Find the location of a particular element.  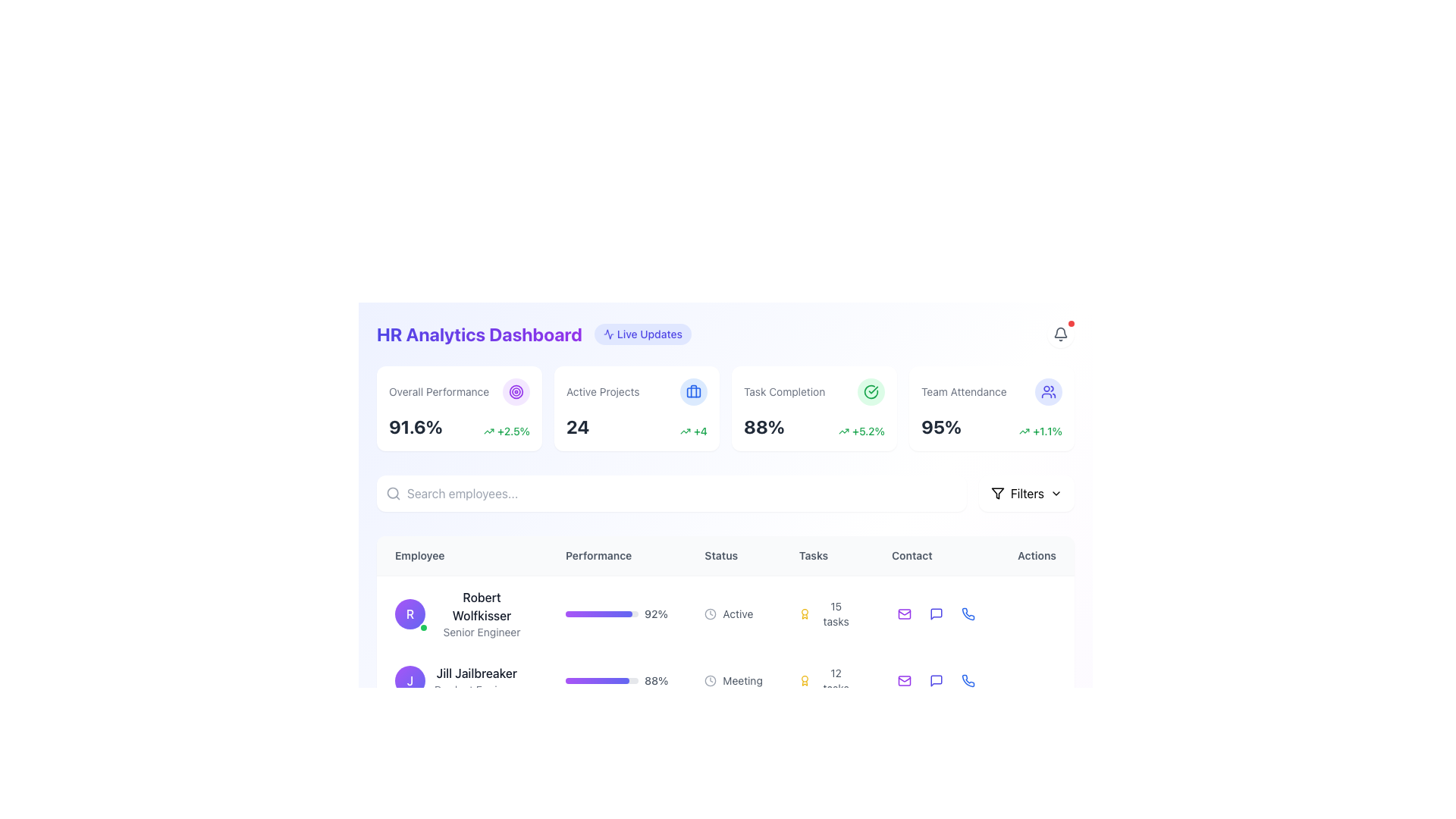

the element indicating a positive percentage change next to '95%' is located at coordinates (1040, 431).